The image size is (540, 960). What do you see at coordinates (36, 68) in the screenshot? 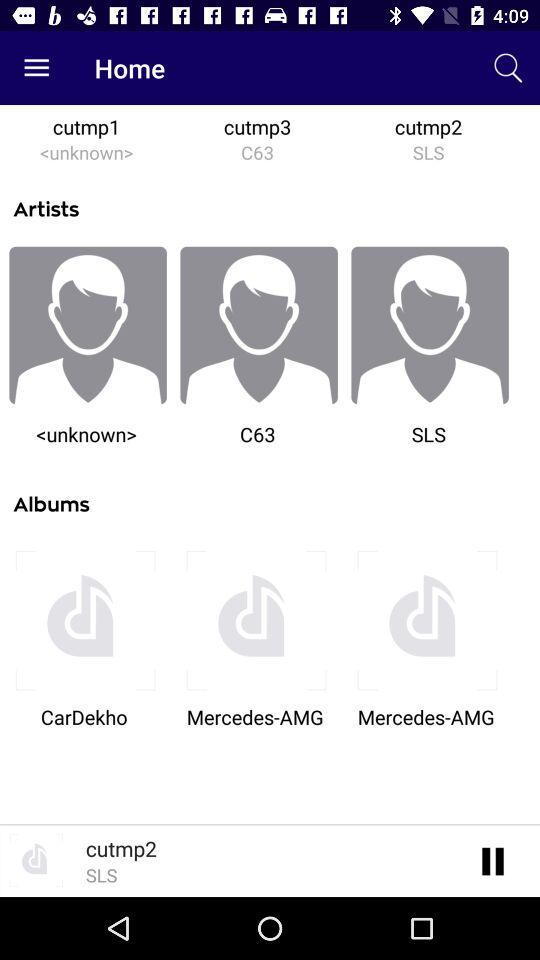
I see `icon next to the home` at bounding box center [36, 68].